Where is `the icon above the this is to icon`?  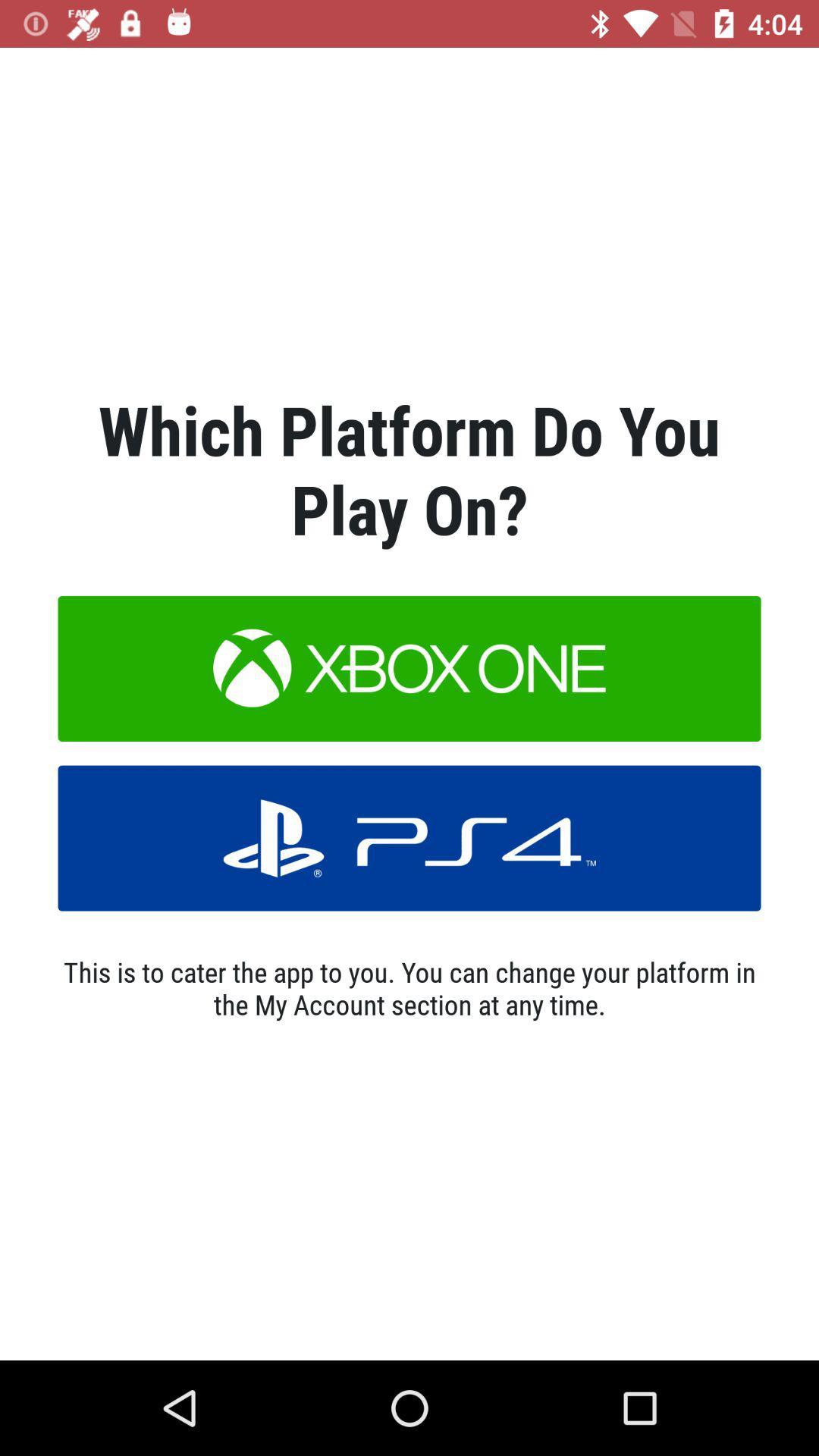
the icon above the this is to icon is located at coordinates (409, 837).